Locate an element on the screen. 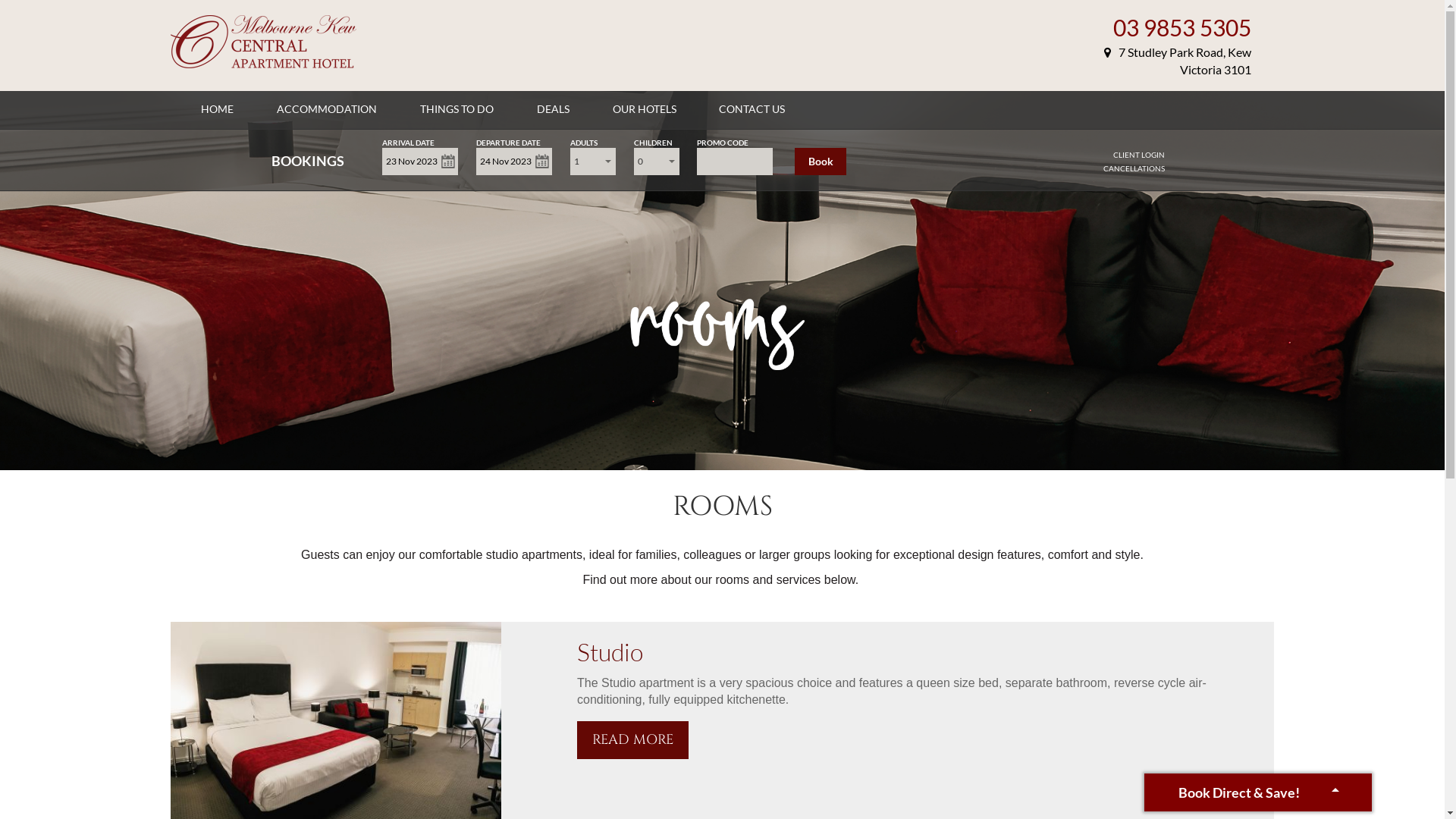 This screenshot has width=1456, height=819. 'HOME' is located at coordinates (216, 108).